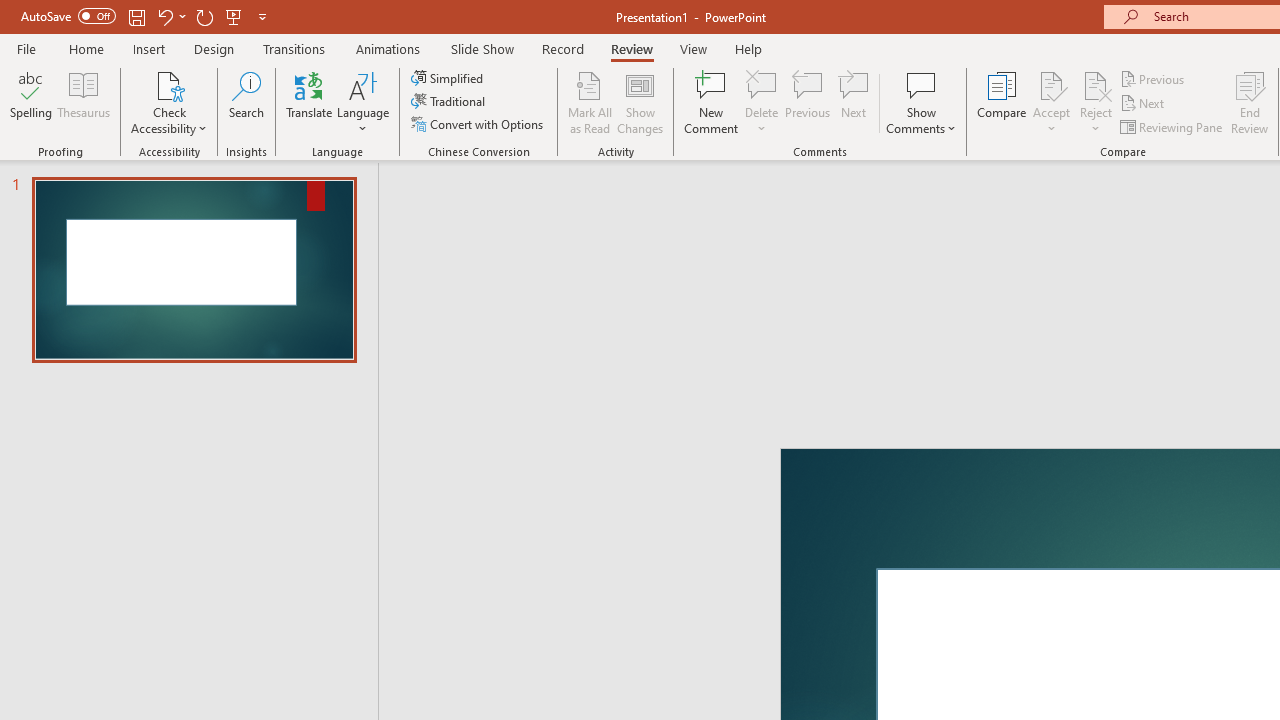 This screenshot has height=720, width=1280. Describe the element at coordinates (640, 103) in the screenshot. I see `'Show Changes'` at that location.